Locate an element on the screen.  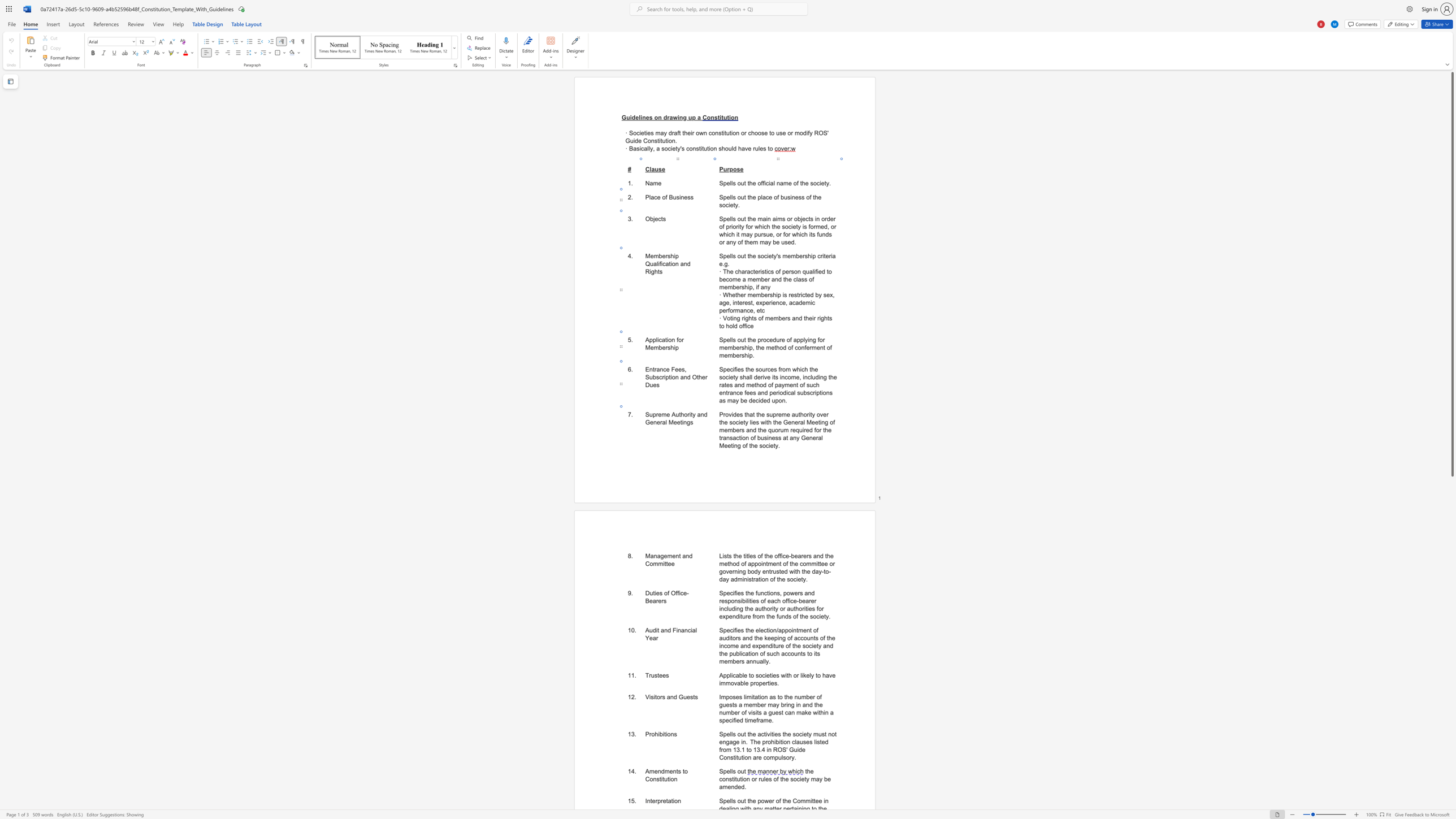
the 1th character "d" in the text is located at coordinates (674, 696).